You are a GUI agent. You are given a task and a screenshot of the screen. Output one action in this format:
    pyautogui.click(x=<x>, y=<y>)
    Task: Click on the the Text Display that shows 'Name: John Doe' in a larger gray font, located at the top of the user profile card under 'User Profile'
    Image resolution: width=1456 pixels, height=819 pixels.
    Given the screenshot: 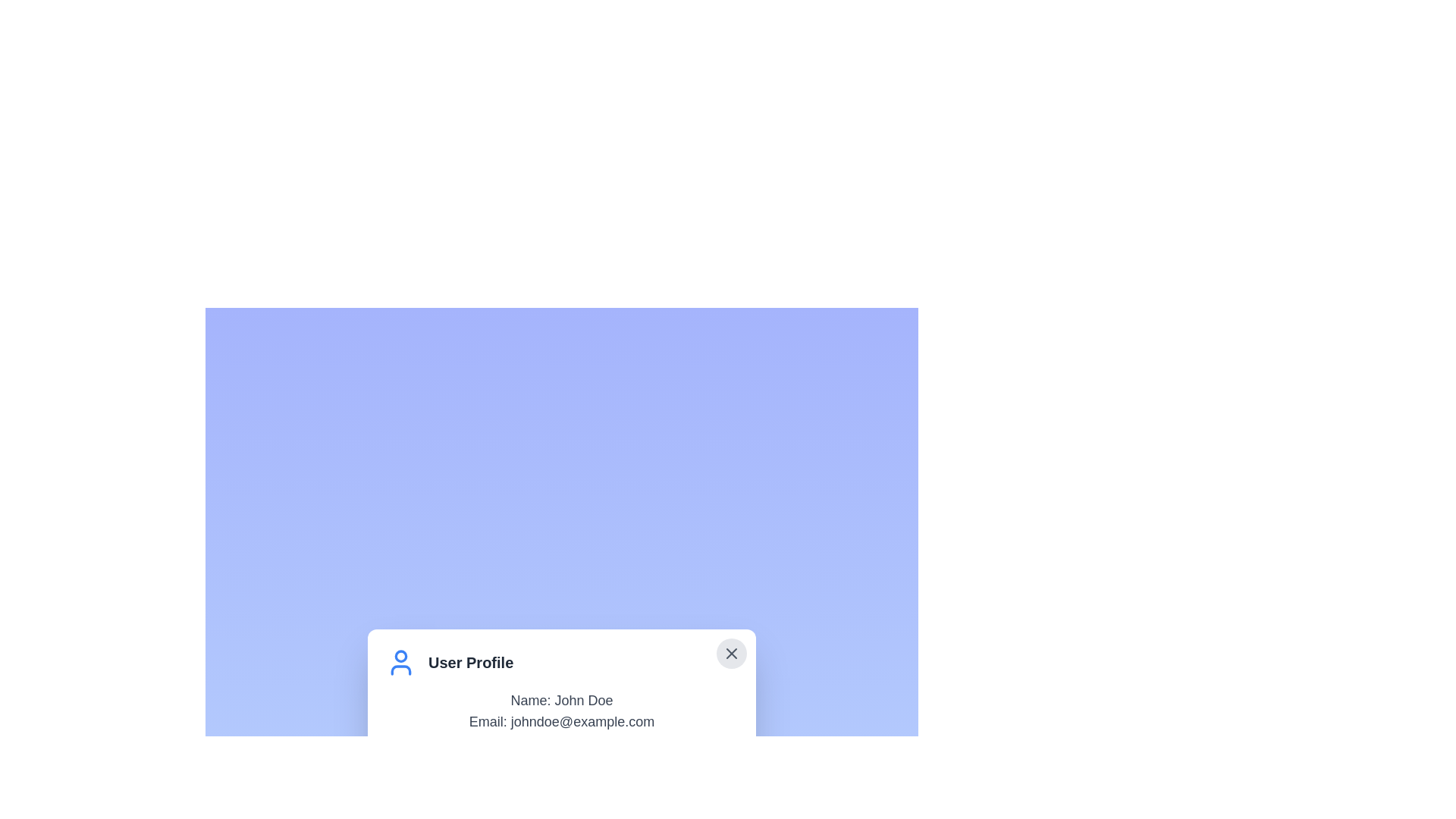 What is the action you would take?
    pyautogui.click(x=560, y=701)
    